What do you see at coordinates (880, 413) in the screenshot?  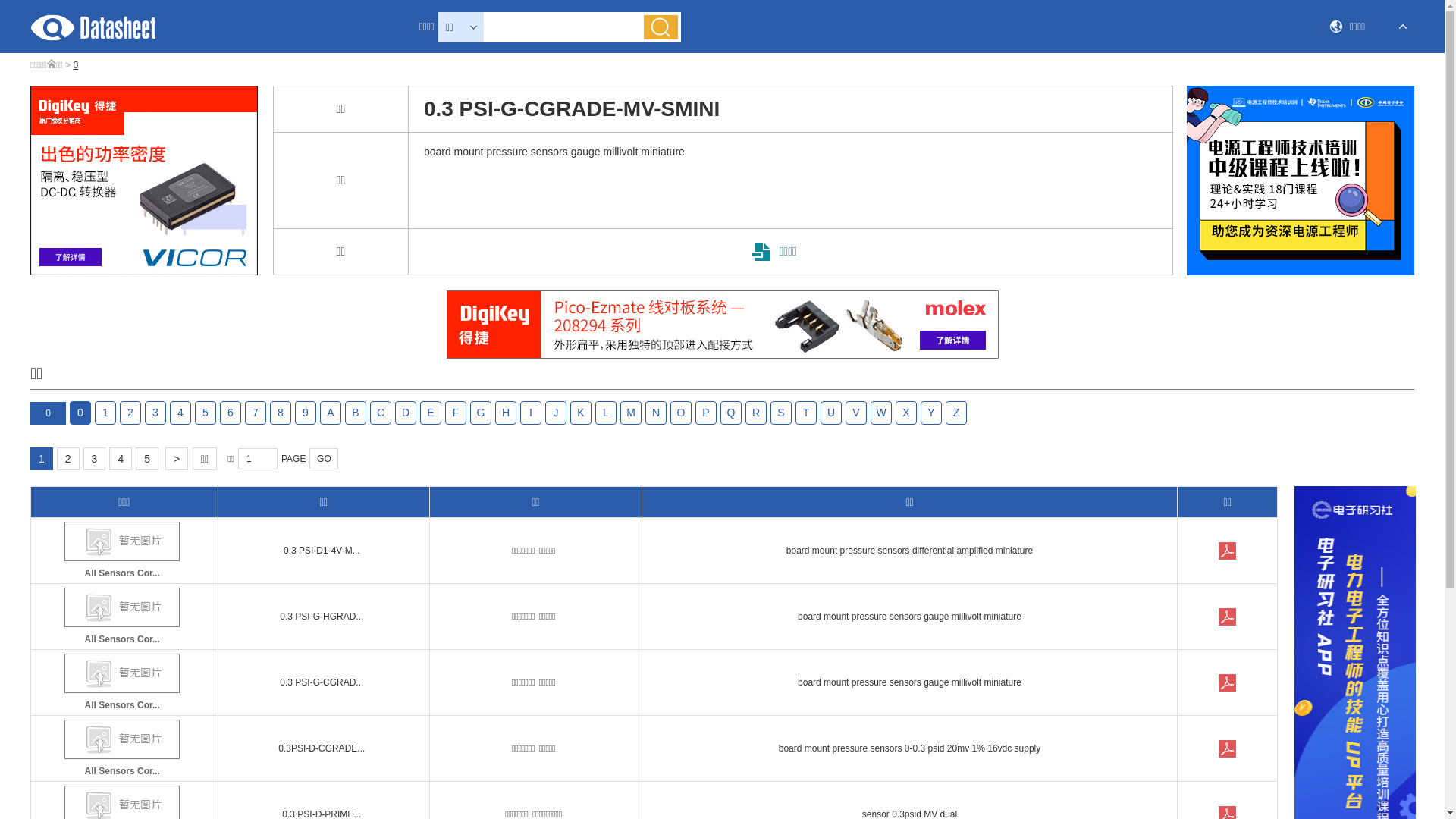 I see `'W'` at bounding box center [880, 413].